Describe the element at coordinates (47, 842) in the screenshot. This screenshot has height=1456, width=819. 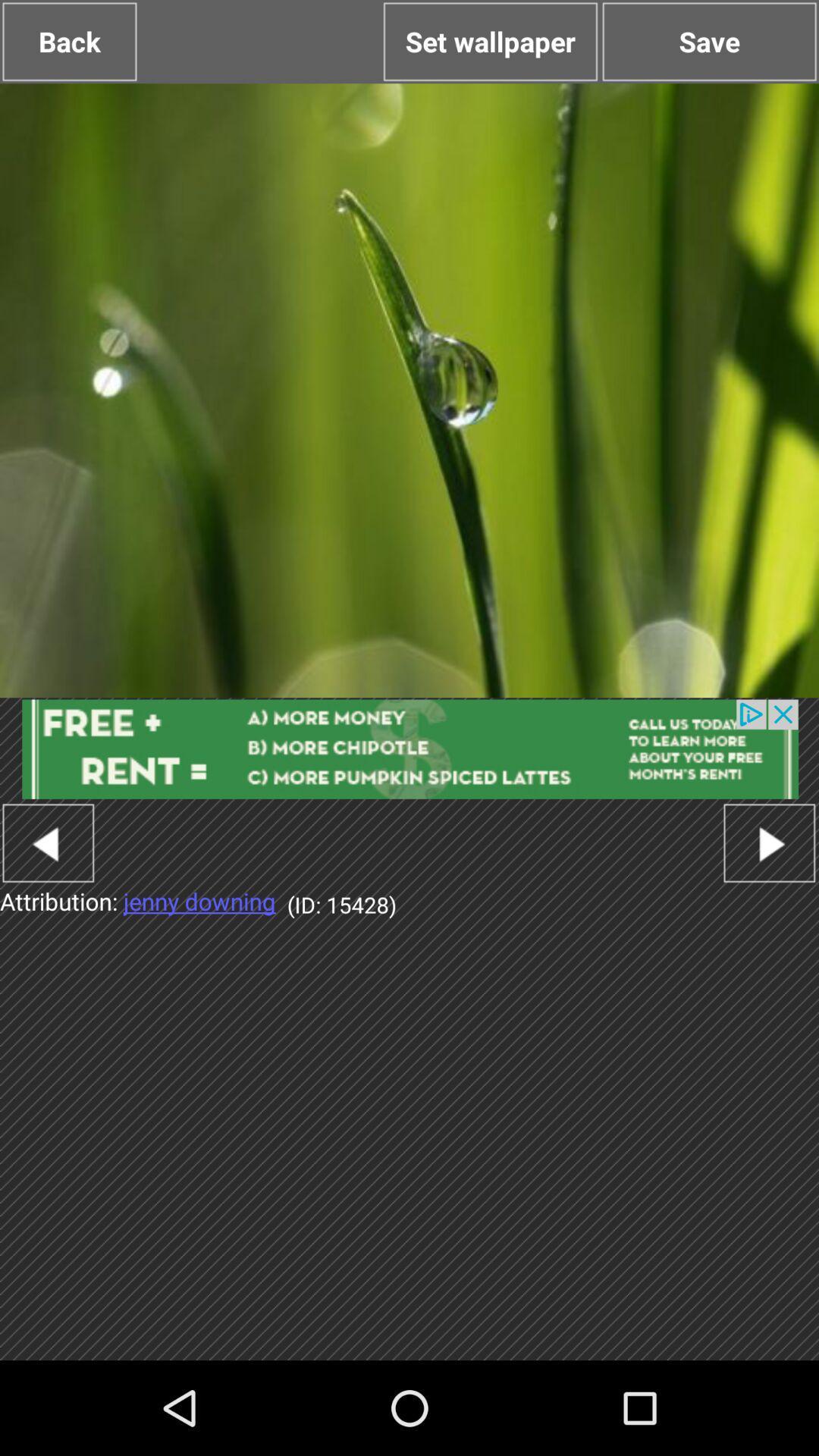
I see `go back` at that location.